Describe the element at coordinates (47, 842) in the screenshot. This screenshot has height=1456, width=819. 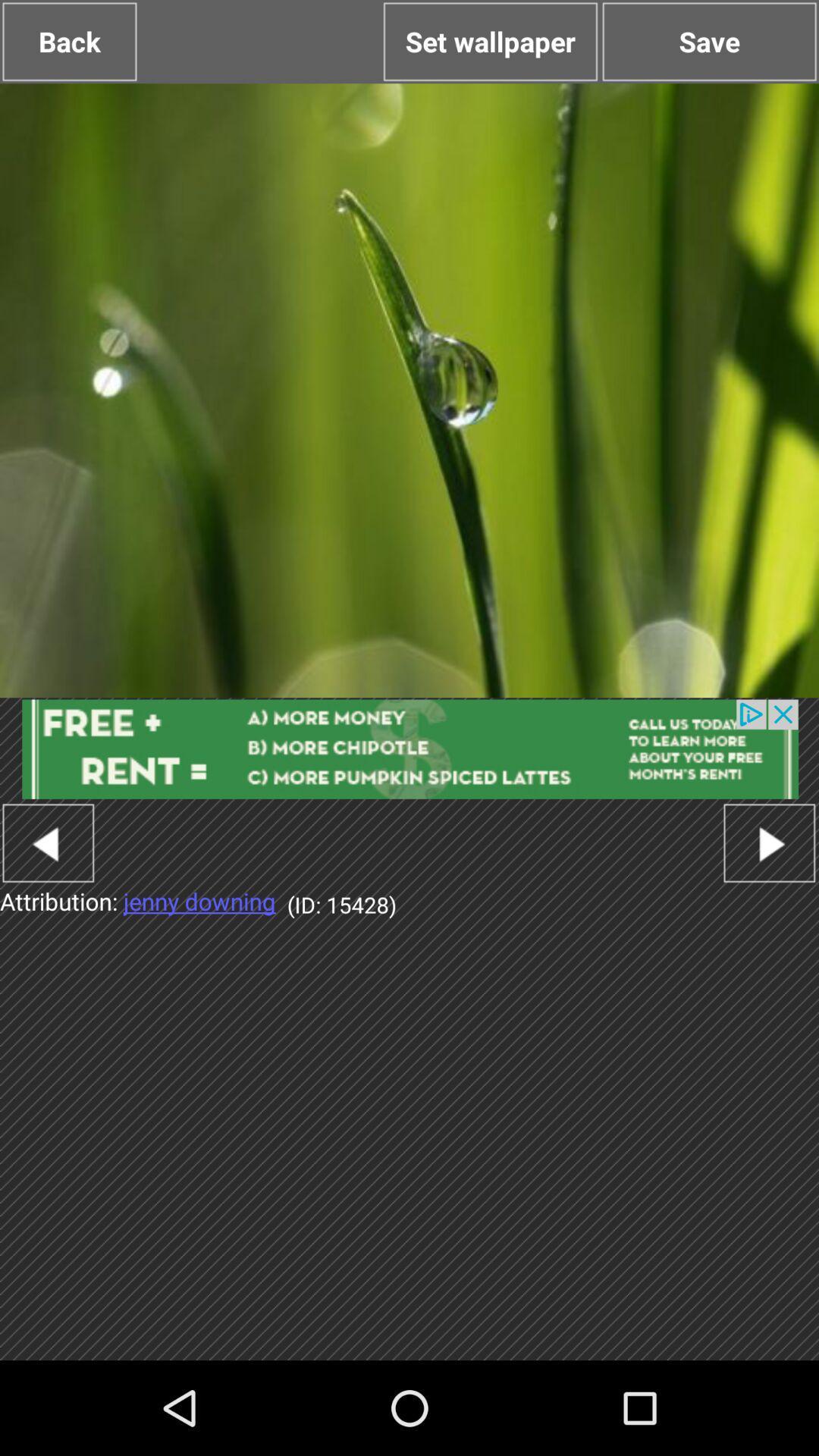
I see `go back` at that location.